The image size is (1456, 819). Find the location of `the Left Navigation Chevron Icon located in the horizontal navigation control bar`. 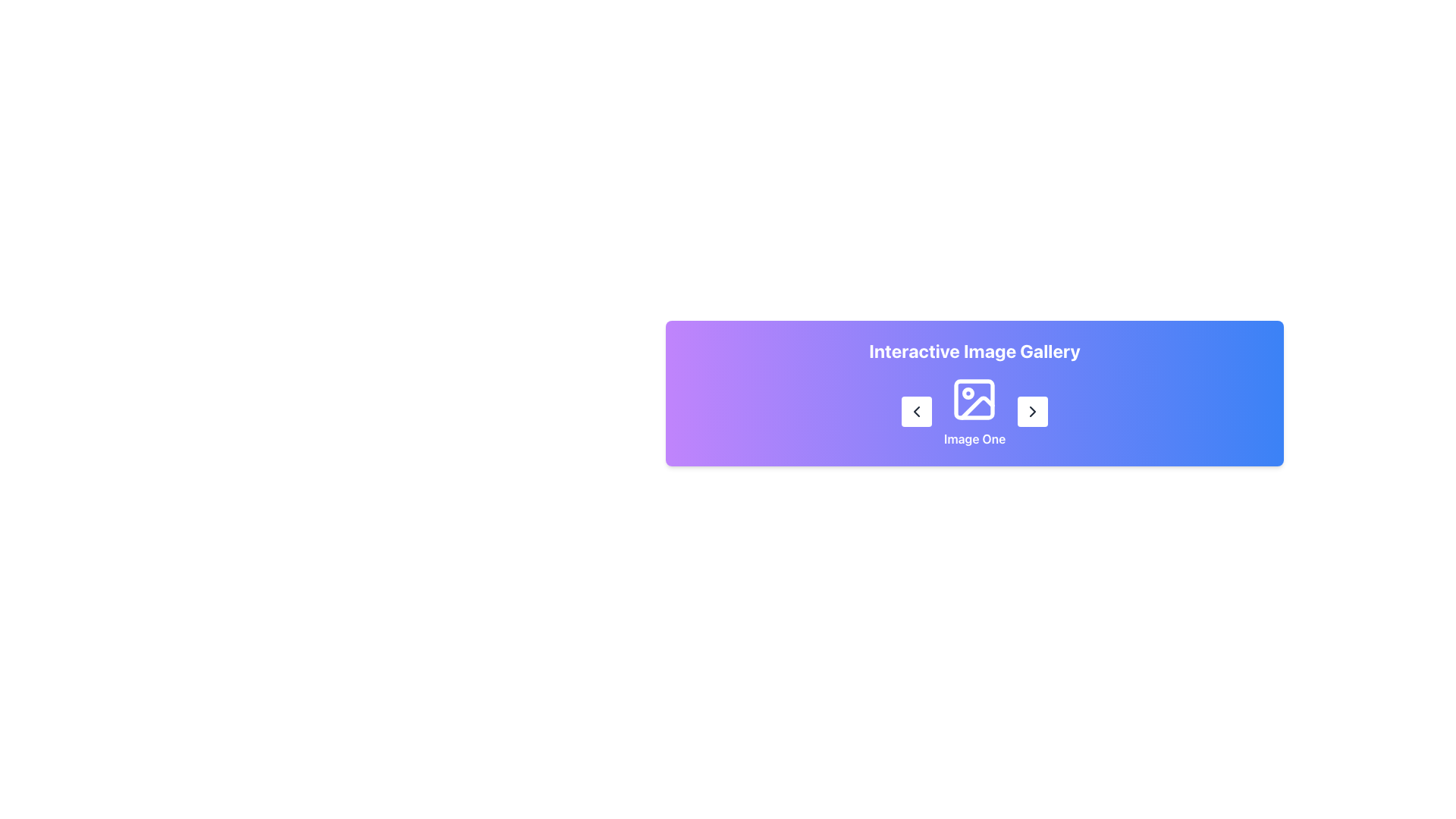

the Left Navigation Chevron Icon located in the horizontal navigation control bar is located at coordinates (915, 412).